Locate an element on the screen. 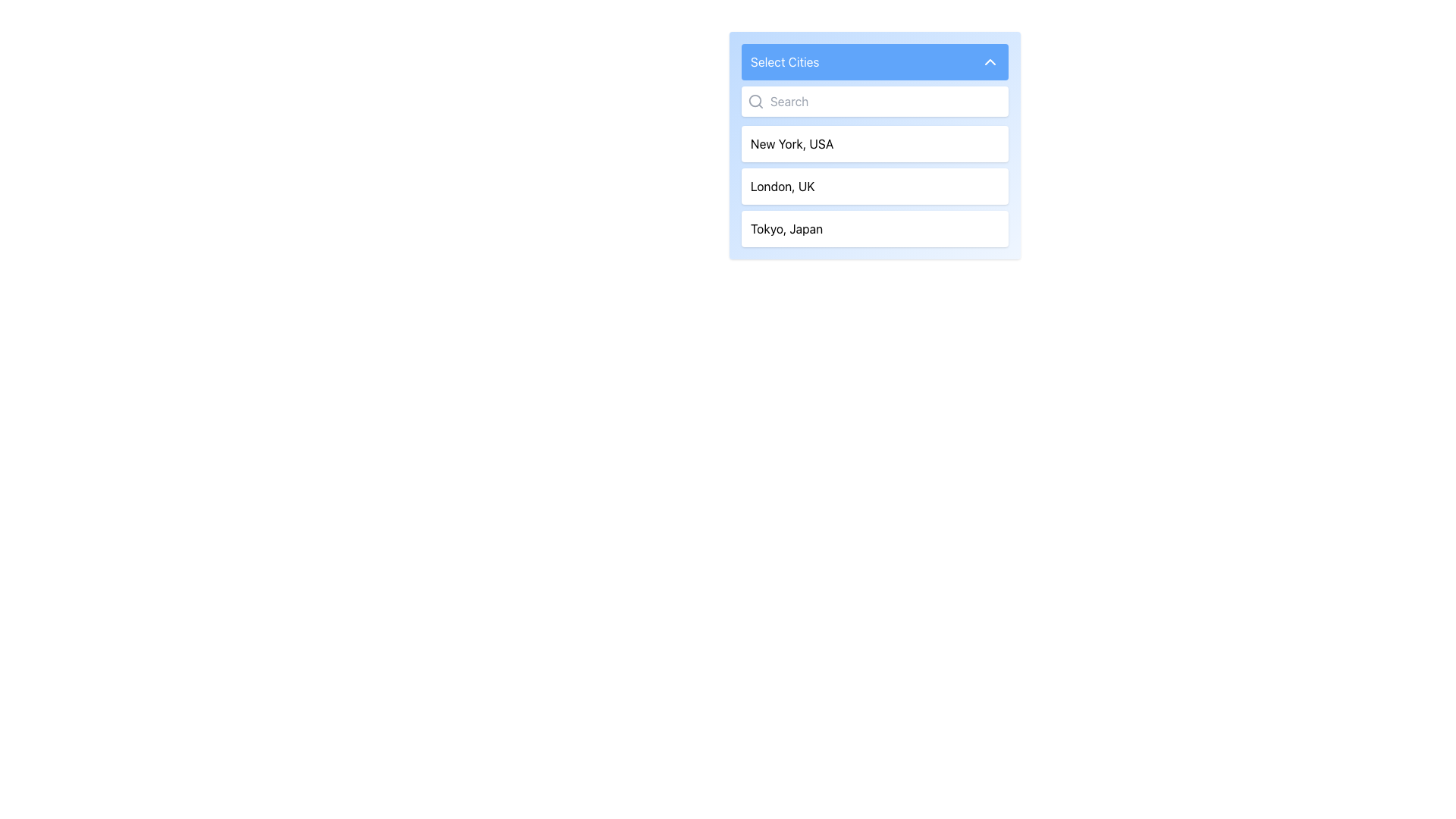  the text element reading 'London, UK', which is the second item in the 'Select Cities' dropdown menu located in the upper-right section of the interface is located at coordinates (783, 186).